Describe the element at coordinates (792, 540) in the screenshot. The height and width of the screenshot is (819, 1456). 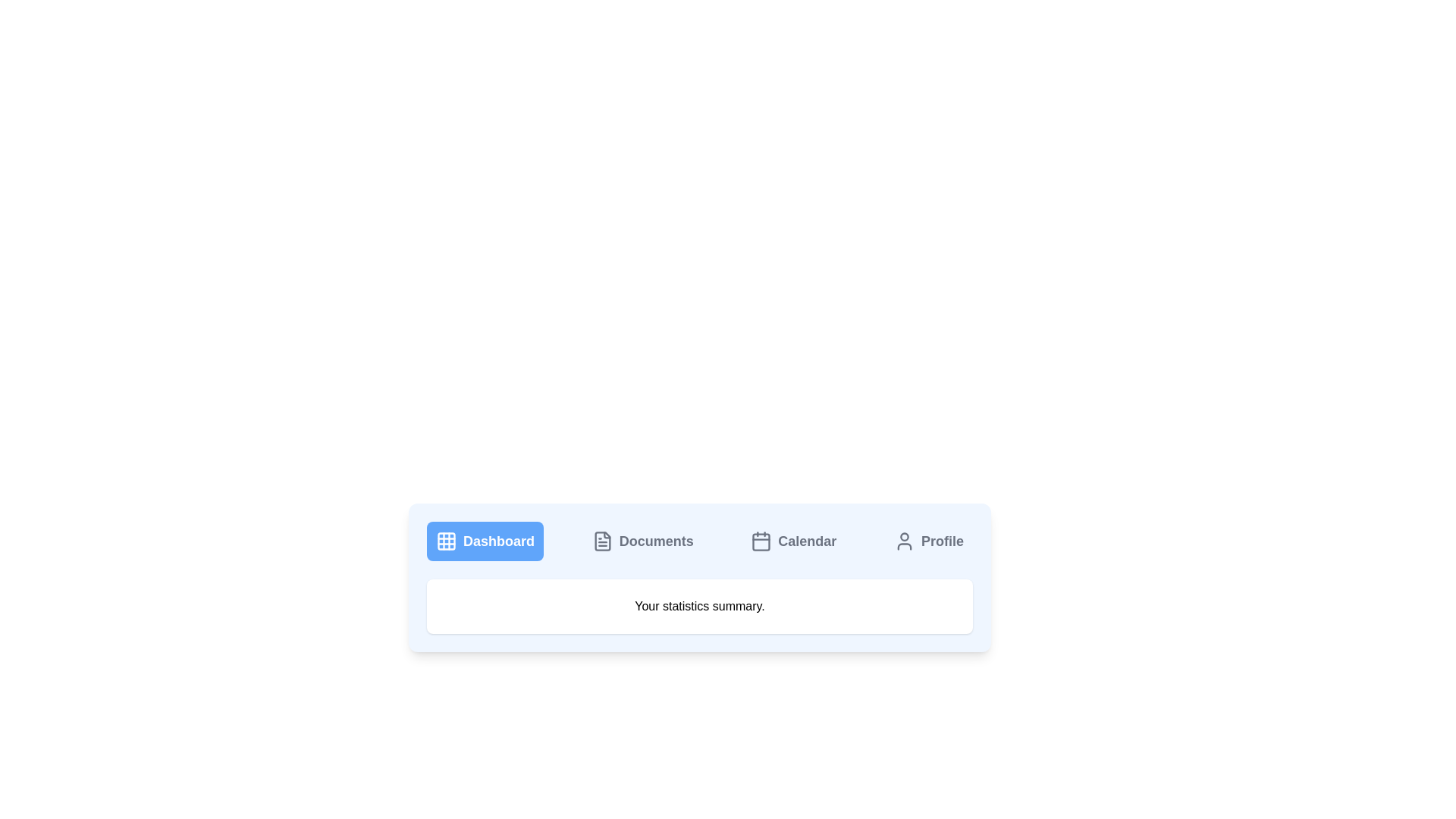
I see `the 'Calendar' button located in the horizontal navigation toolbar` at that location.